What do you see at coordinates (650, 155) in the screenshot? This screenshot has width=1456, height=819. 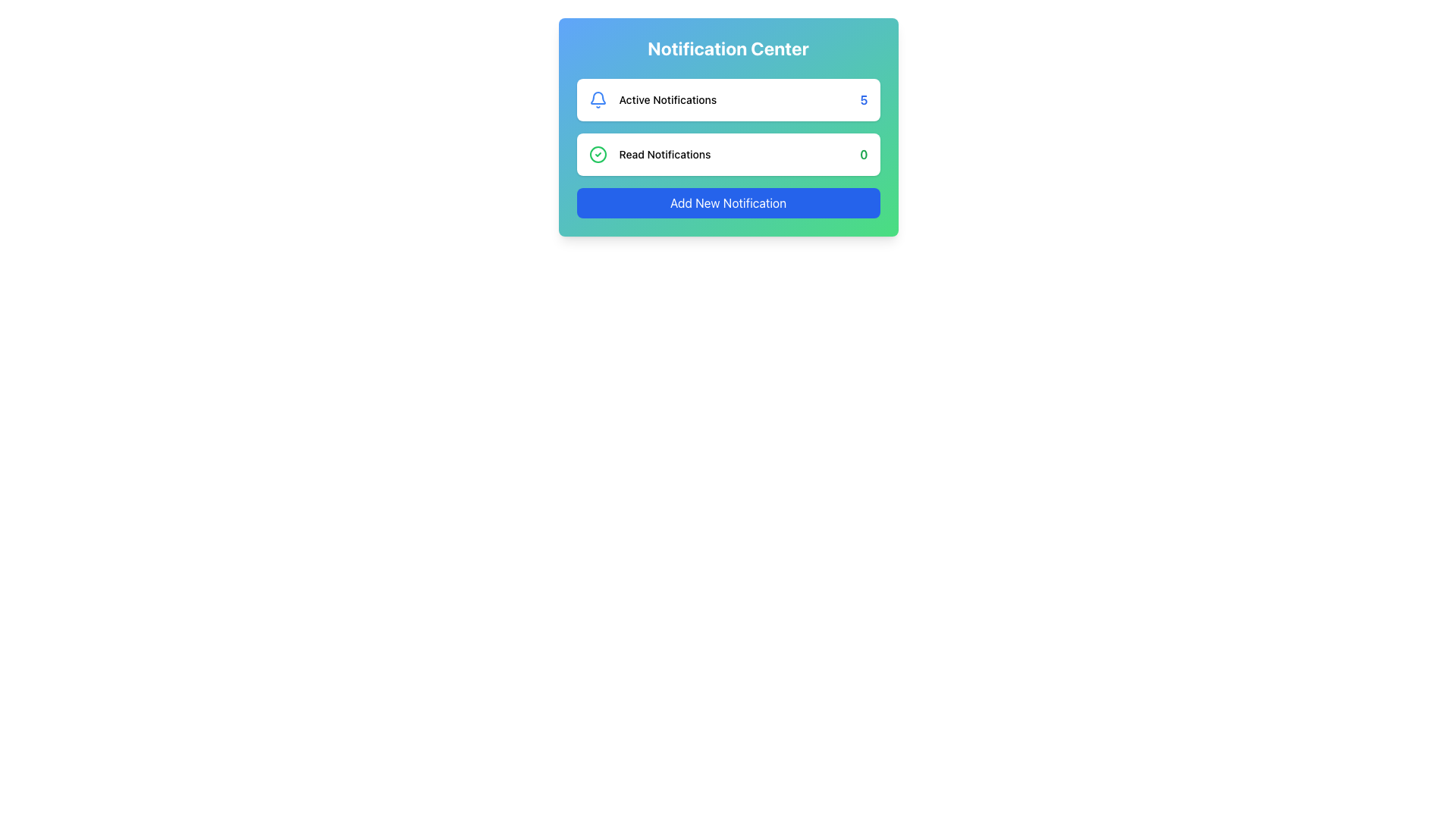 I see `text label indicating the count of read notifications, which is located below the 'Active Notifications' entry and above the 'Add New Notification' button` at bounding box center [650, 155].